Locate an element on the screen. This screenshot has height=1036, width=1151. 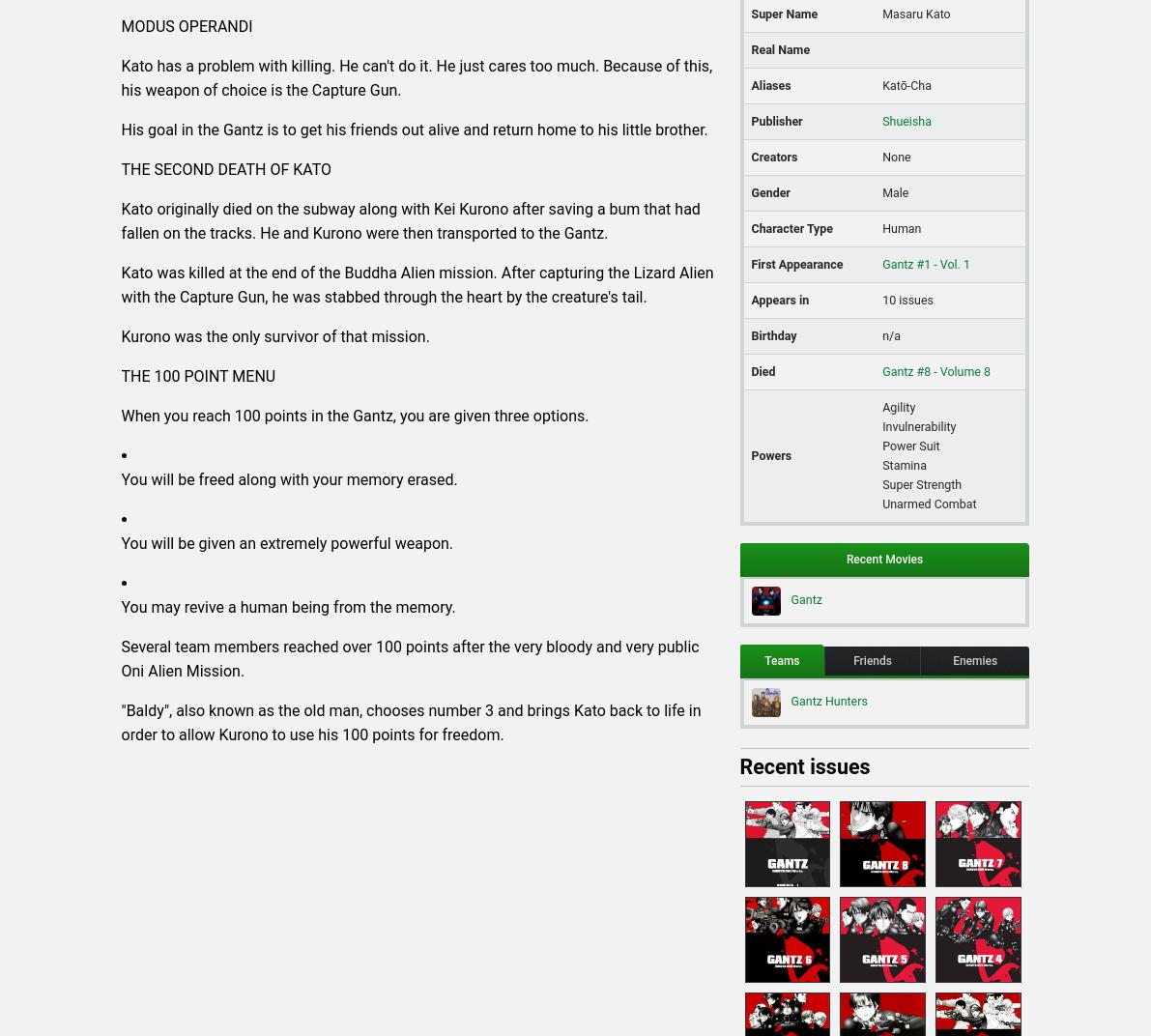
'Kato was killed at the end of the Buddha Alien mission. After capturing the Lizard Alien with the Capture Gun, he was stabbed through the heart by the creature's tail.' is located at coordinates (416, 283).